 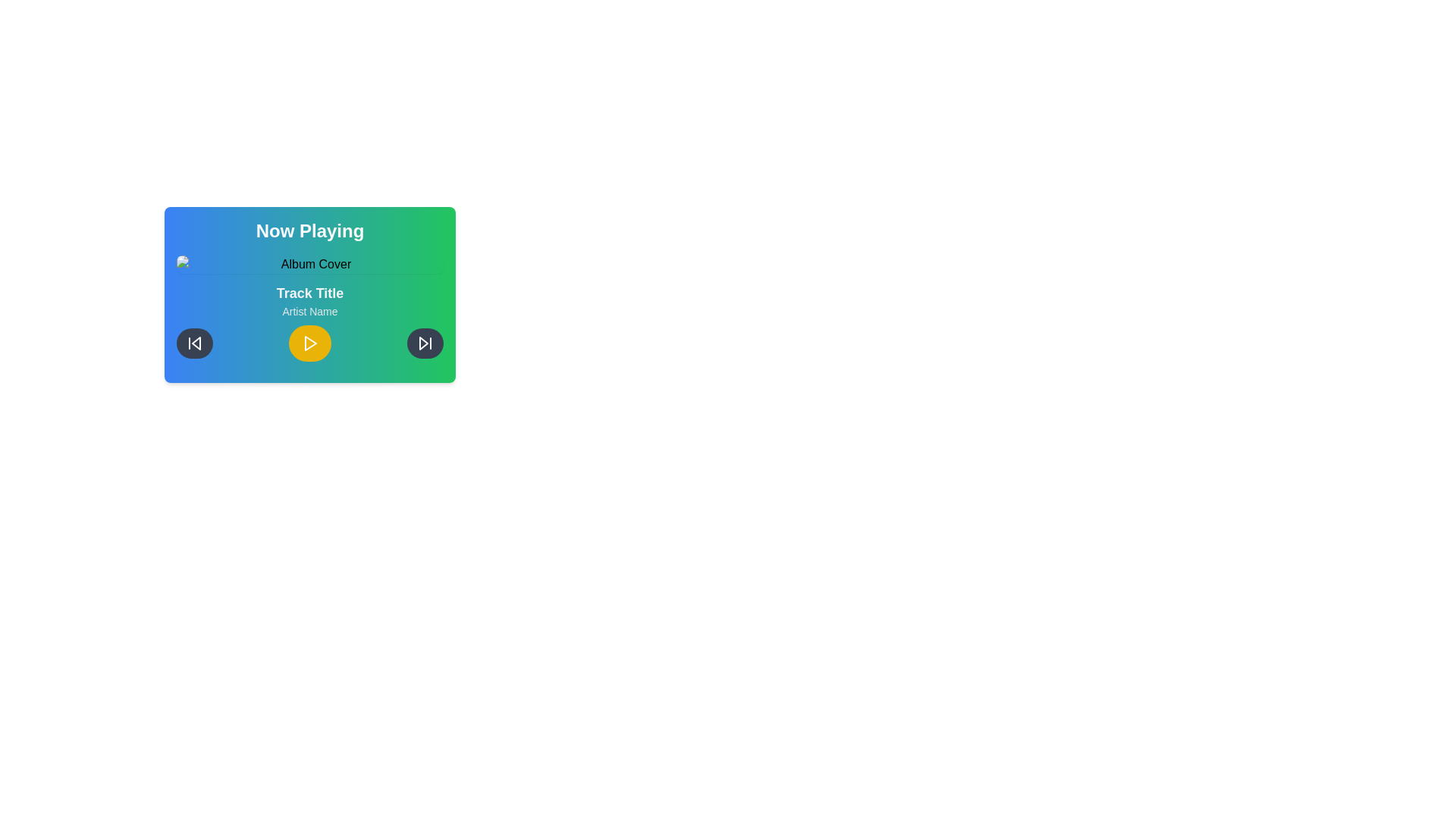 What do you see at coordinates (309, 343) in the screenshot?
I see `the interactive play button located centrally beneath the song title and artist name` at bounding box center [309, 343].